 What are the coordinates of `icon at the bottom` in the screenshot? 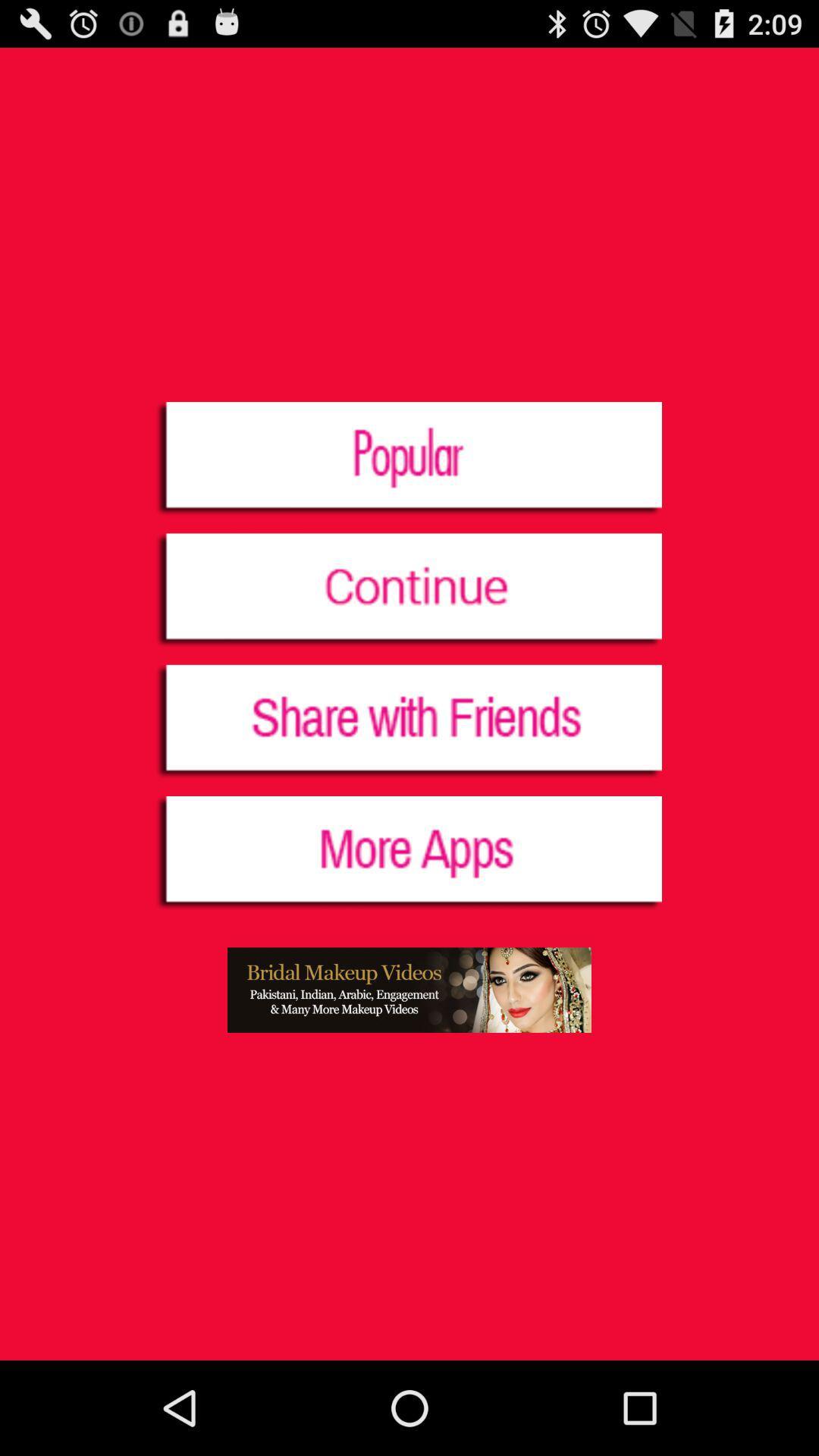 It's located at (409, 990).